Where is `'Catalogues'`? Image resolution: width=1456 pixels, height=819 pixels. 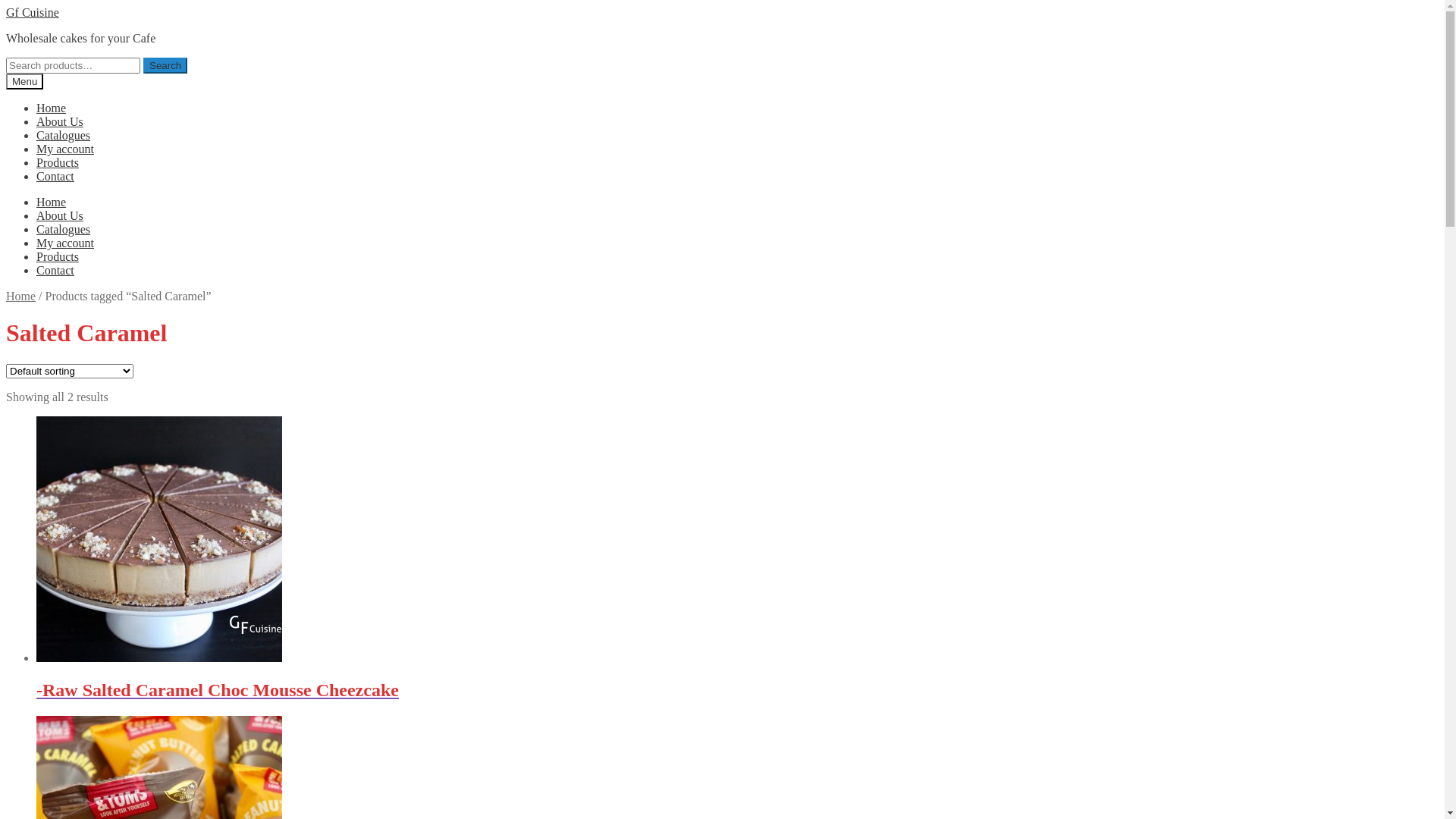
'Catalogues' is located at coordinates (62, 229).